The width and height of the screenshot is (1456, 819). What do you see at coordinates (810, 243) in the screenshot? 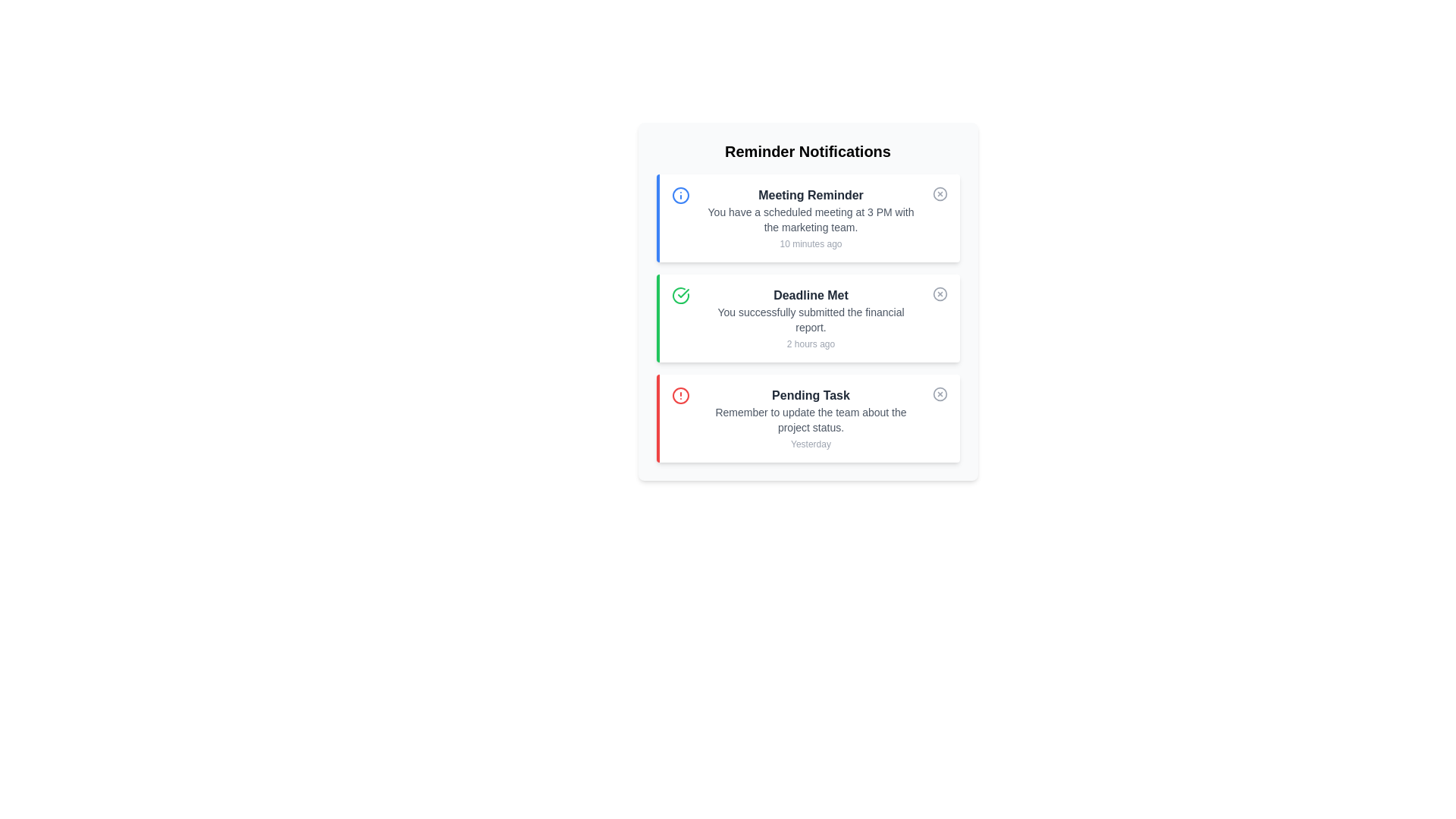
I see `the text label displaying '10 minutes ago' within the 'Meeting Reminder' notification card` at bounding box center [810, 243].